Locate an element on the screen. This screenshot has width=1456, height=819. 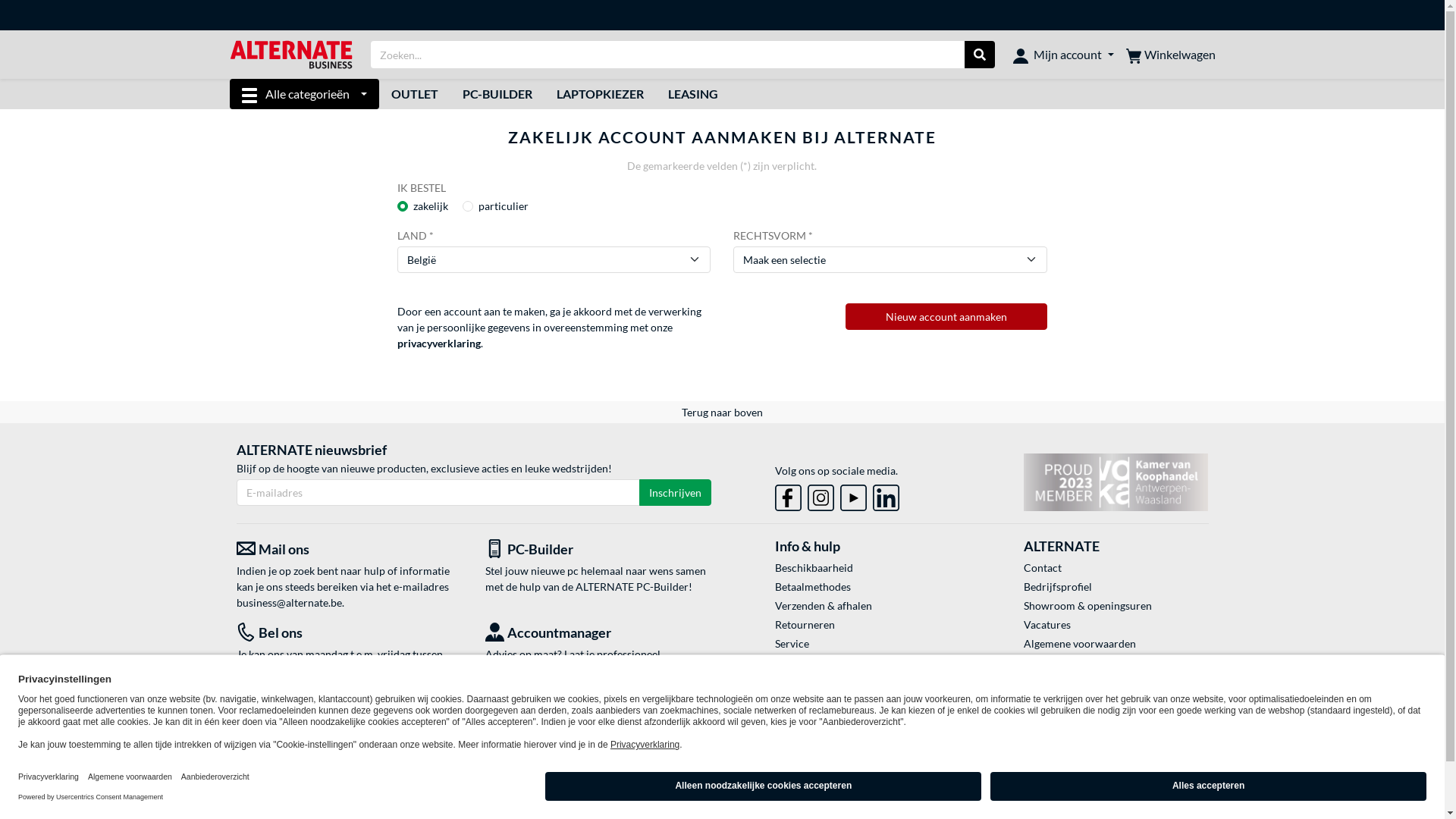
'OUTLET' is located at coordinates (378, 93).